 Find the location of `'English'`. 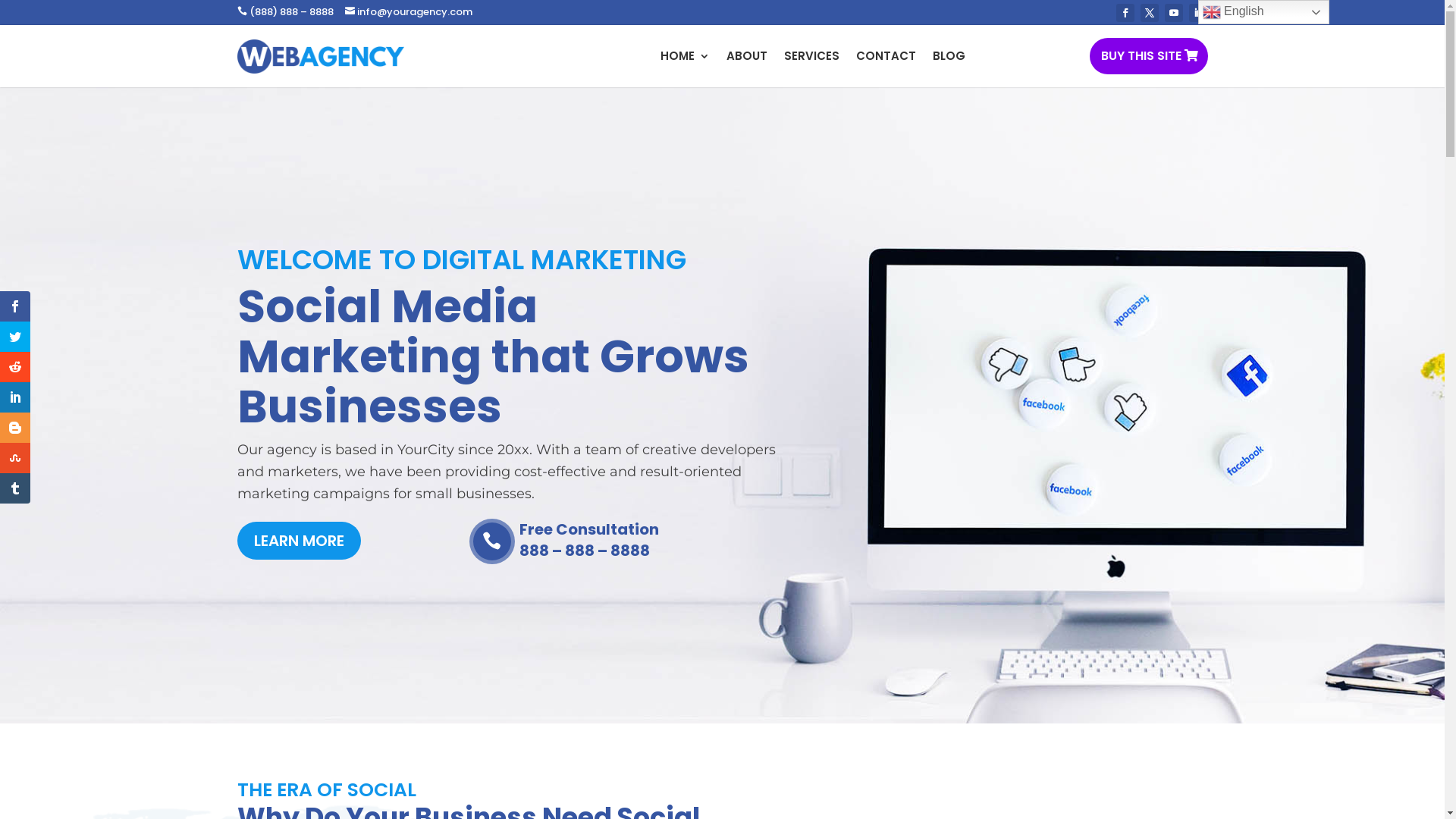

'English' is located at coordinates (1263, 11).